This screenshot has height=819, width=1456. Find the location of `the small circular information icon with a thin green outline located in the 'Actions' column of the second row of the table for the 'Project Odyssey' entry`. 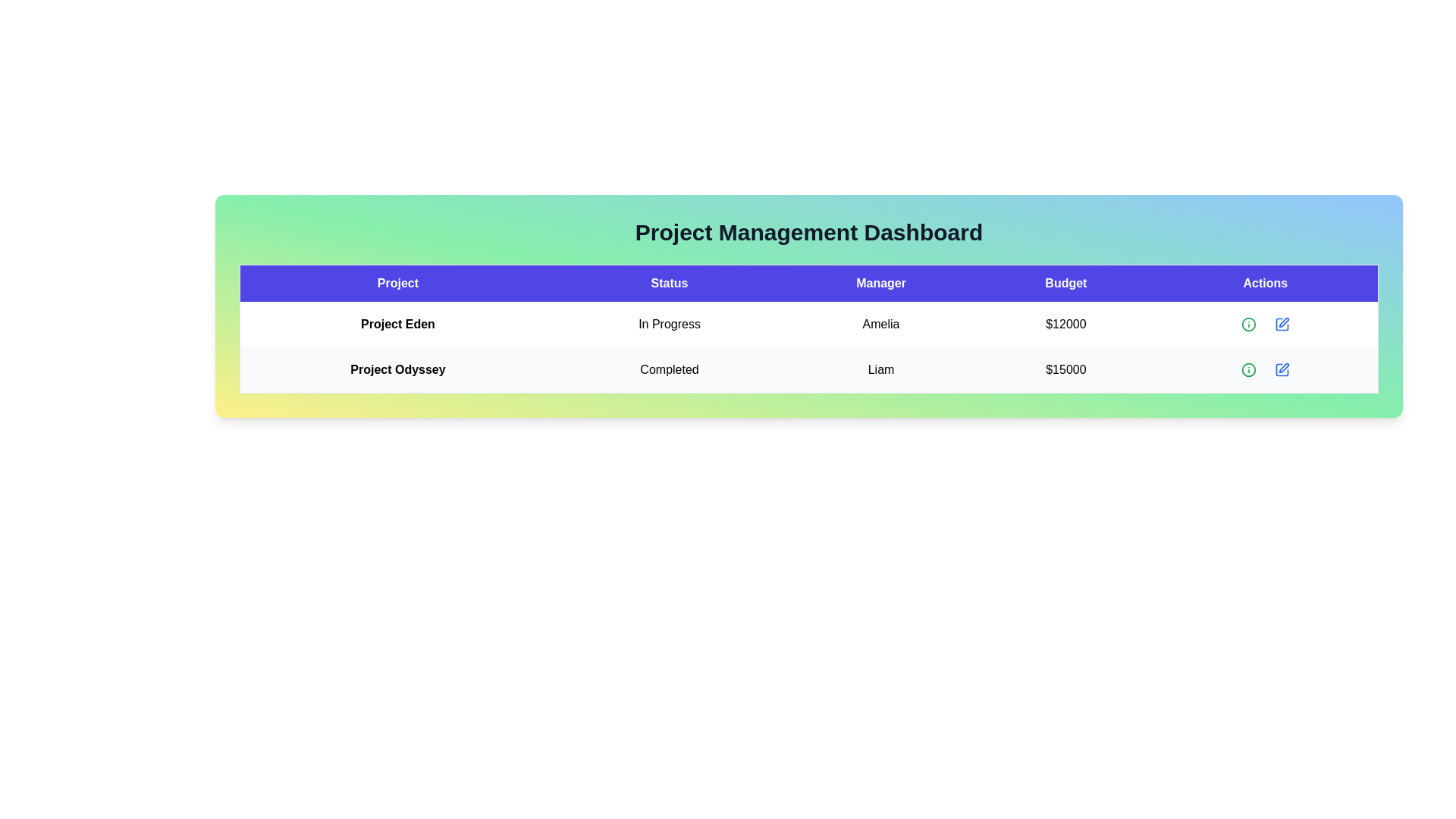

the small circular information icon with a thin green outline located in the 'Actions' column of the second row of the table for the 'Project Odyssey' entry is located at coordinates (1248, 324).